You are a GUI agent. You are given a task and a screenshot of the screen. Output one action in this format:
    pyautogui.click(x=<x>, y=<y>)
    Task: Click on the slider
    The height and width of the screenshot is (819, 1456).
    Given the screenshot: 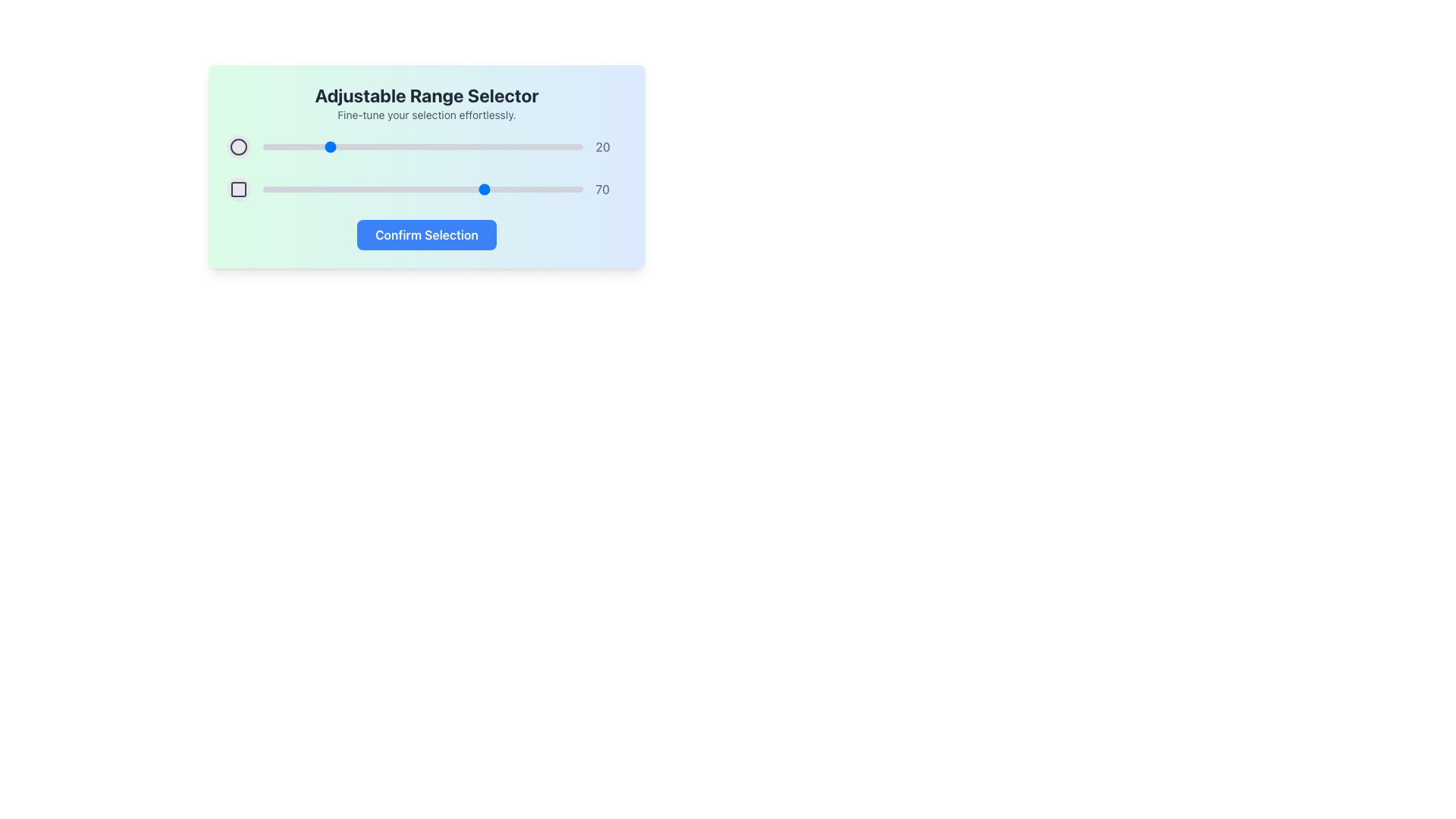 What is the action you would take?
    pyautogui.click(x=532, y=146)
    